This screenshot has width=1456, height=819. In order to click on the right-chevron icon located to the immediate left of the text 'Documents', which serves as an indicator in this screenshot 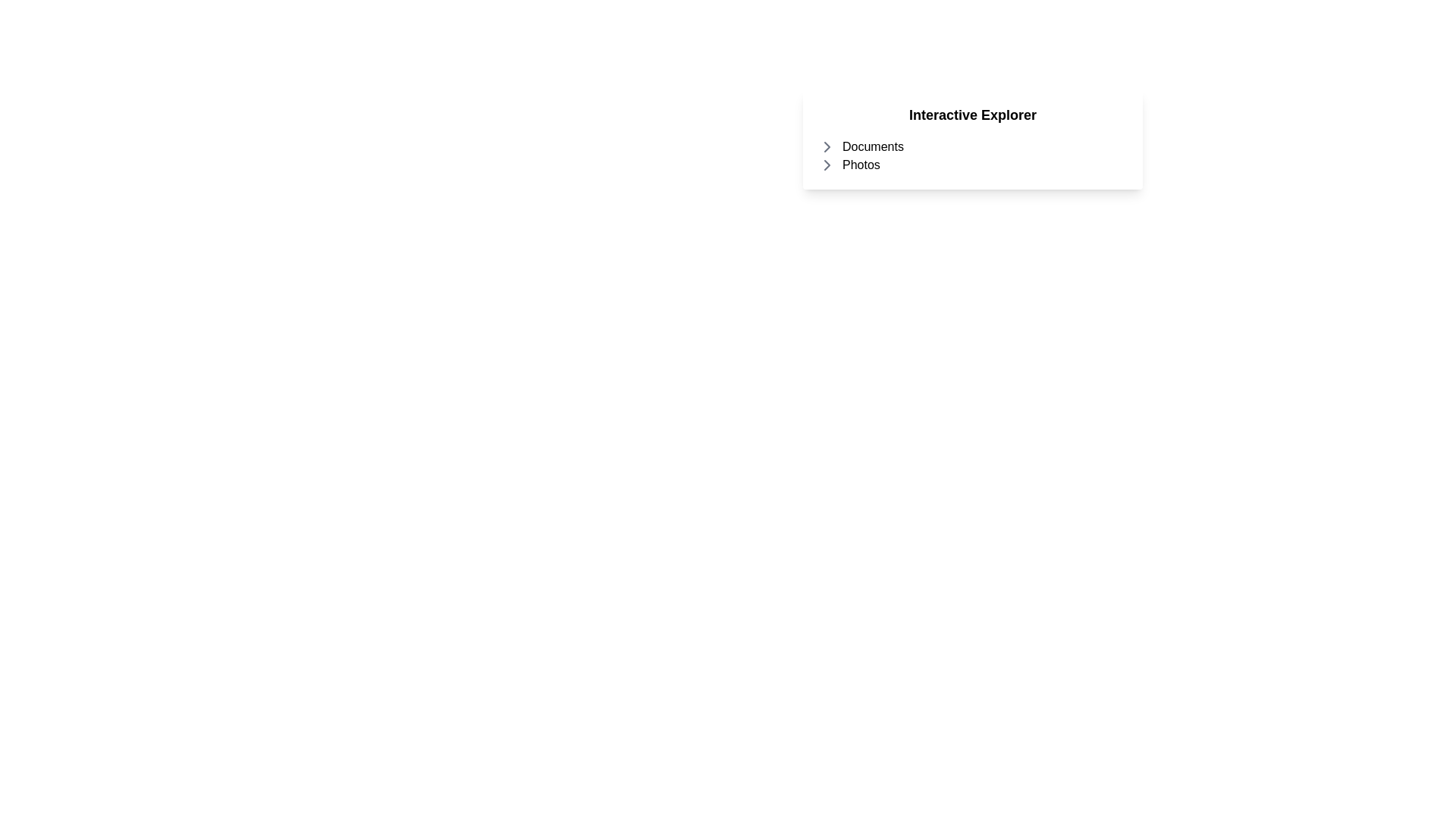, I will do `click(826, 146)`.